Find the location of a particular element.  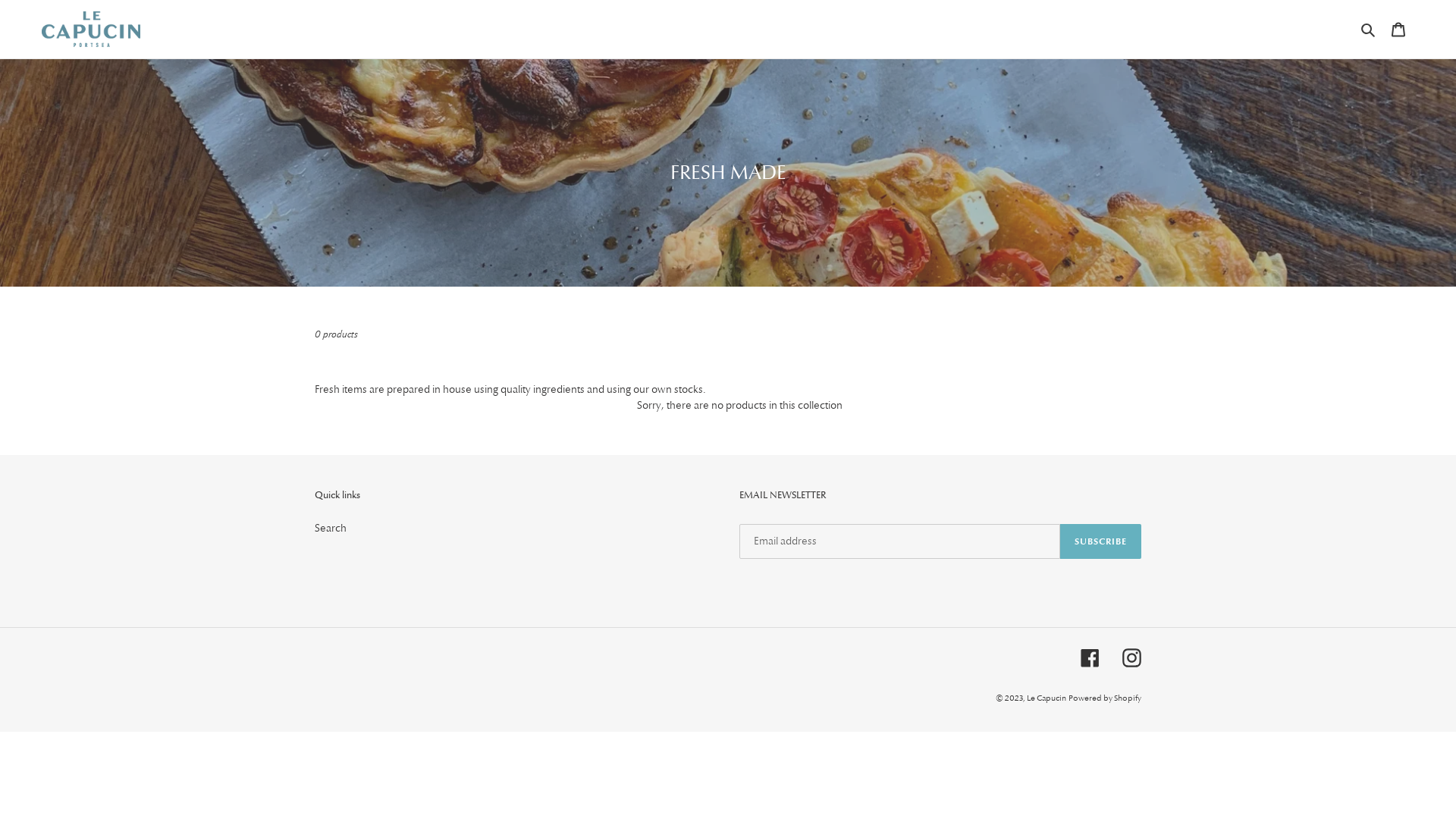

'Le Capucin' is located at coordinates (1046, 698).